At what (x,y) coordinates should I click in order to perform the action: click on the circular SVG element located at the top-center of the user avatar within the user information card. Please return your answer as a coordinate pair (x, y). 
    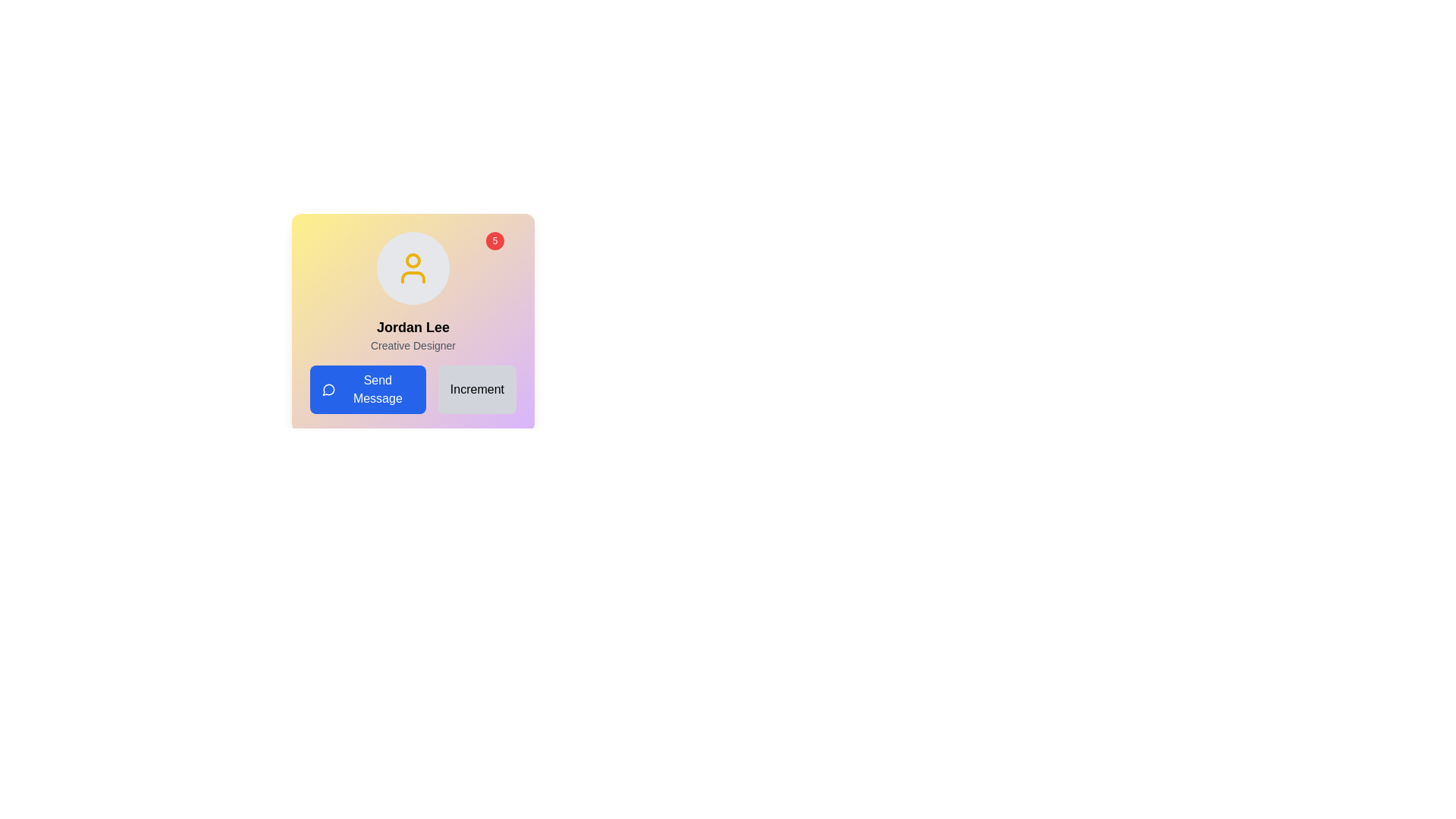
    Looking at the image, I should click on (413, 259).